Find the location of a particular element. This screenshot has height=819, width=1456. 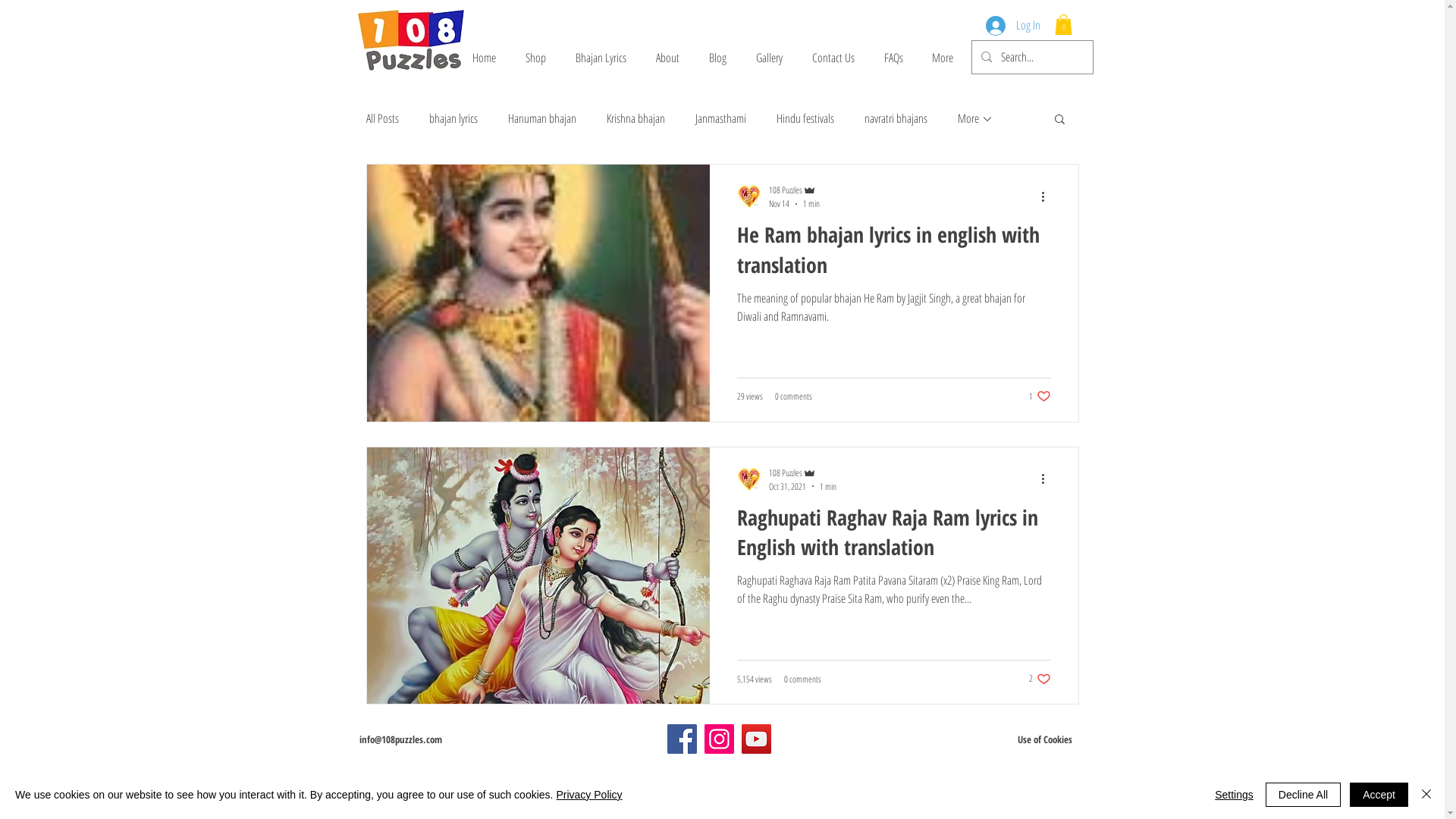

'Accept' is located at coordinates (1350, 794).